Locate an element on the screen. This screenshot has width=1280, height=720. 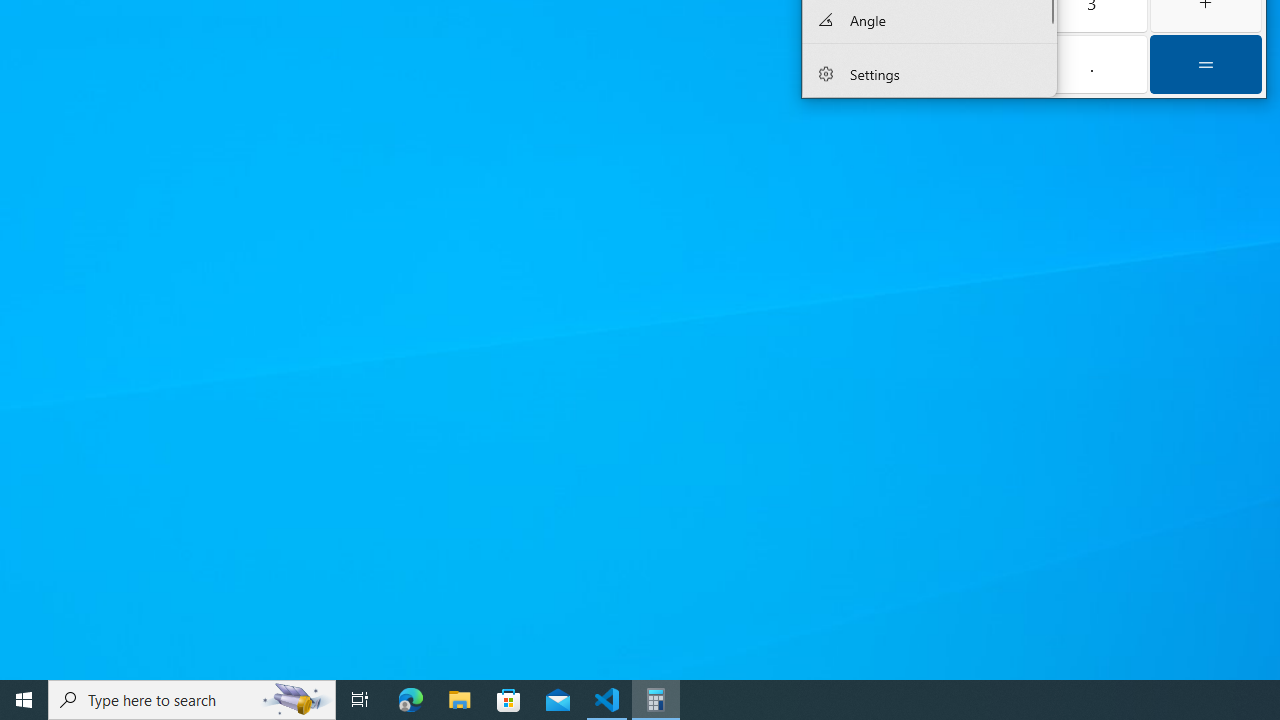
'Calculator - 1 running window' is located at coordinates (656, 698).